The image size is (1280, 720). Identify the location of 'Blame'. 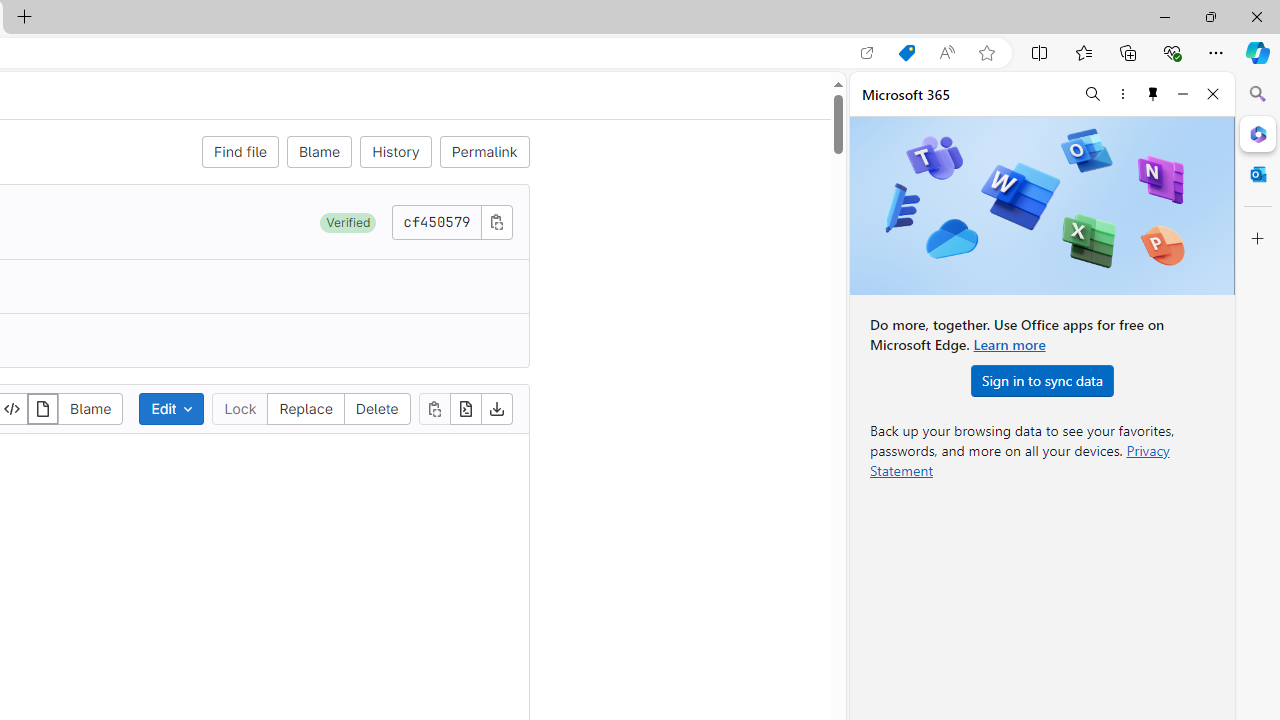
(318, 150).